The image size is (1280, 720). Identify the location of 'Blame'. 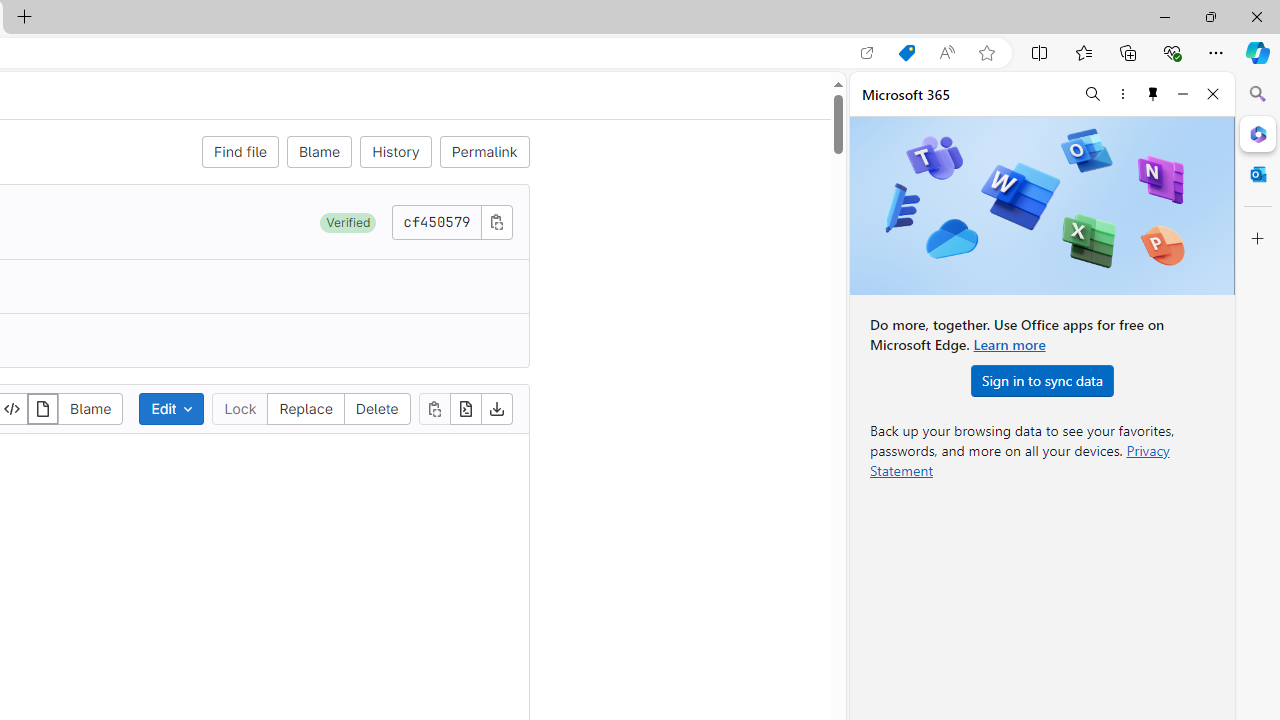
(318, 150).